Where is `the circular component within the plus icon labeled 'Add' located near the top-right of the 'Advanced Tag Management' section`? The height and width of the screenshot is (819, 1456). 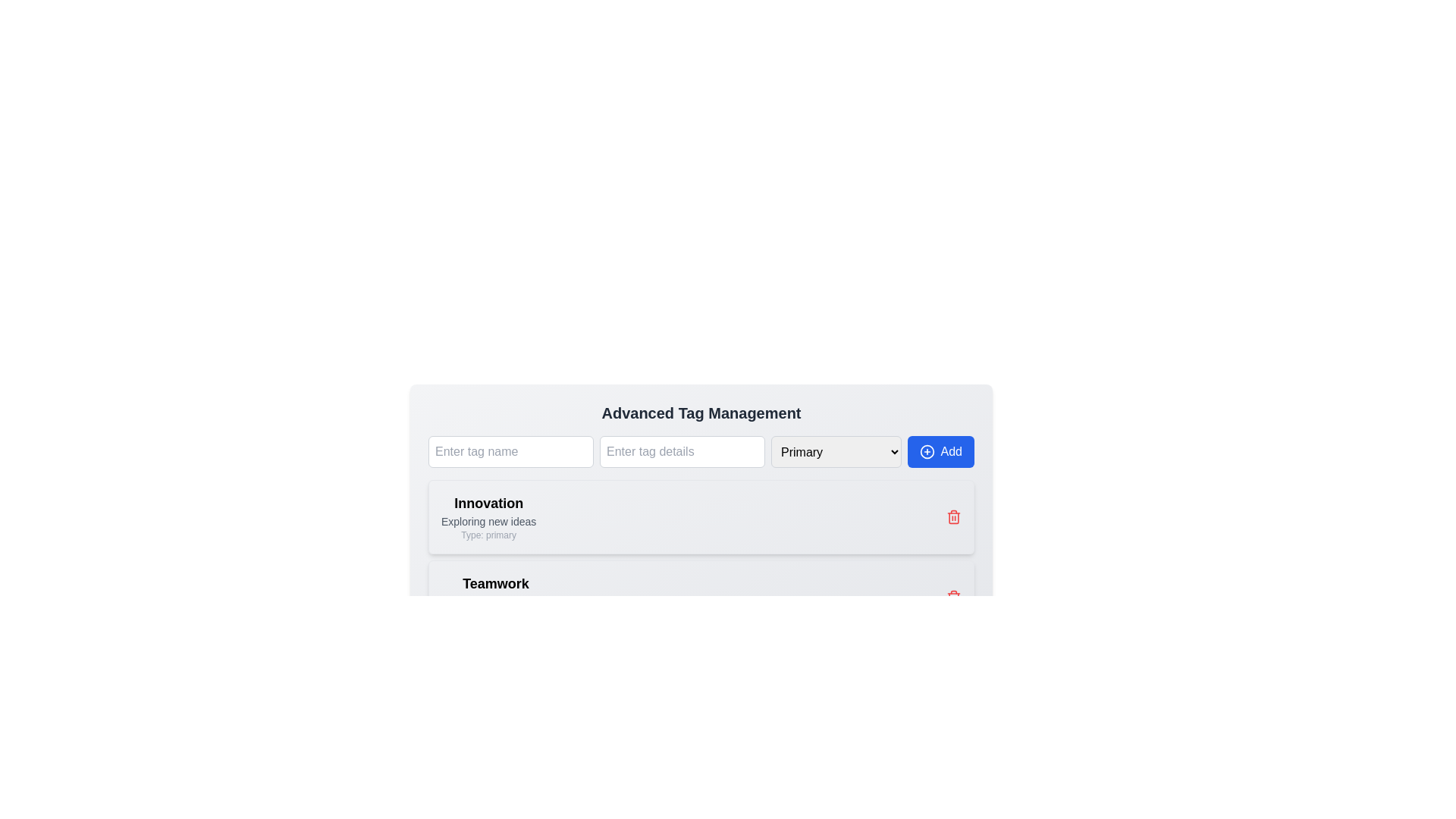
the circular component within the plus icon labeled 'Add' located near the top-right of the 'Advanced Tag Management' section is located at coordinates (926, 451).